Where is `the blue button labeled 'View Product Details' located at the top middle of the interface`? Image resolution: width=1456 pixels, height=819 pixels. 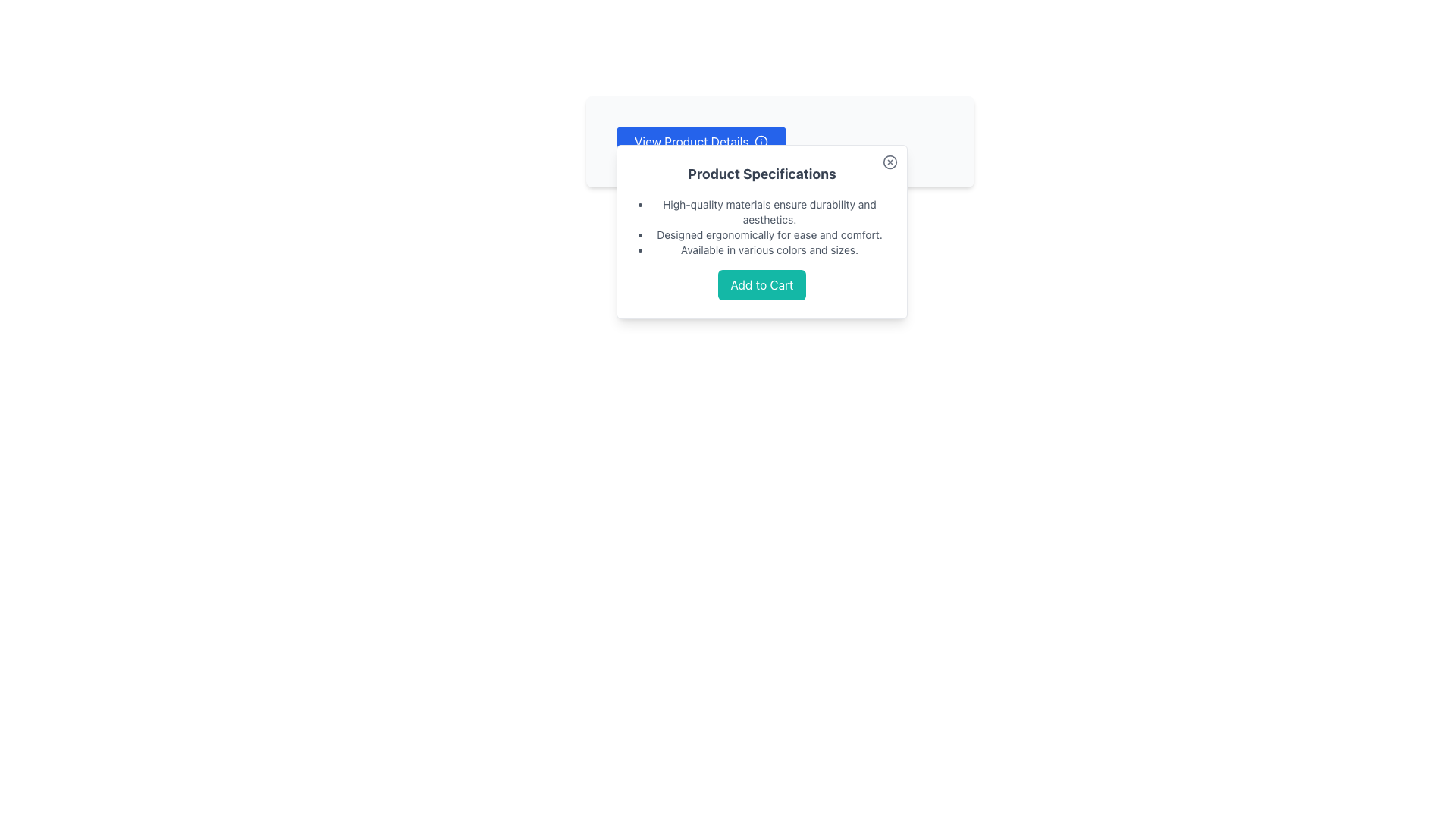
the blue button labeled 'View Product Details' located at the top middle of the interface is located at coordinates (701, 141).